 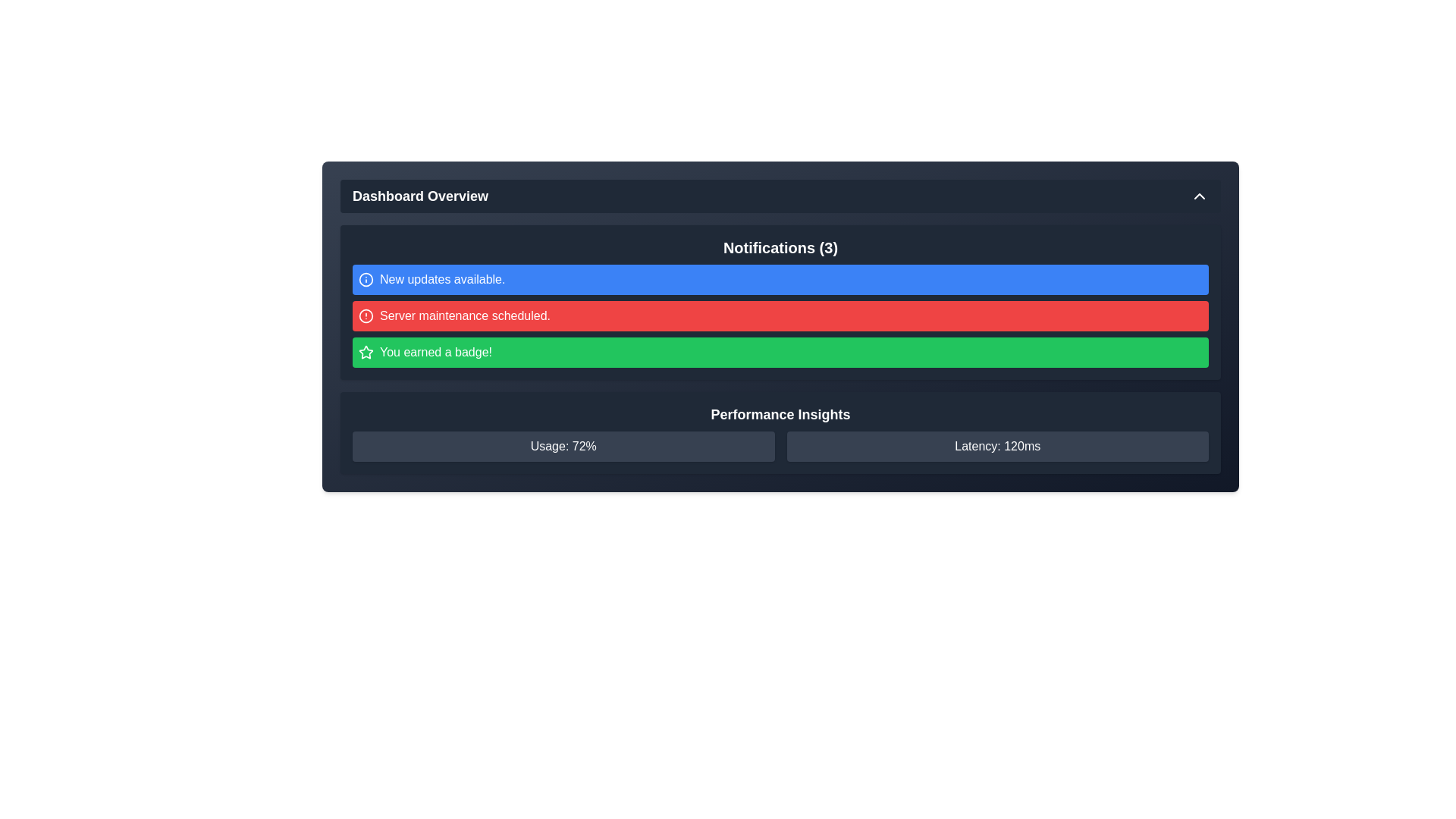 I want to click on message displayed in the red notification bar that states 'Server maintenance scheduled.', so click(x=780, y=315).